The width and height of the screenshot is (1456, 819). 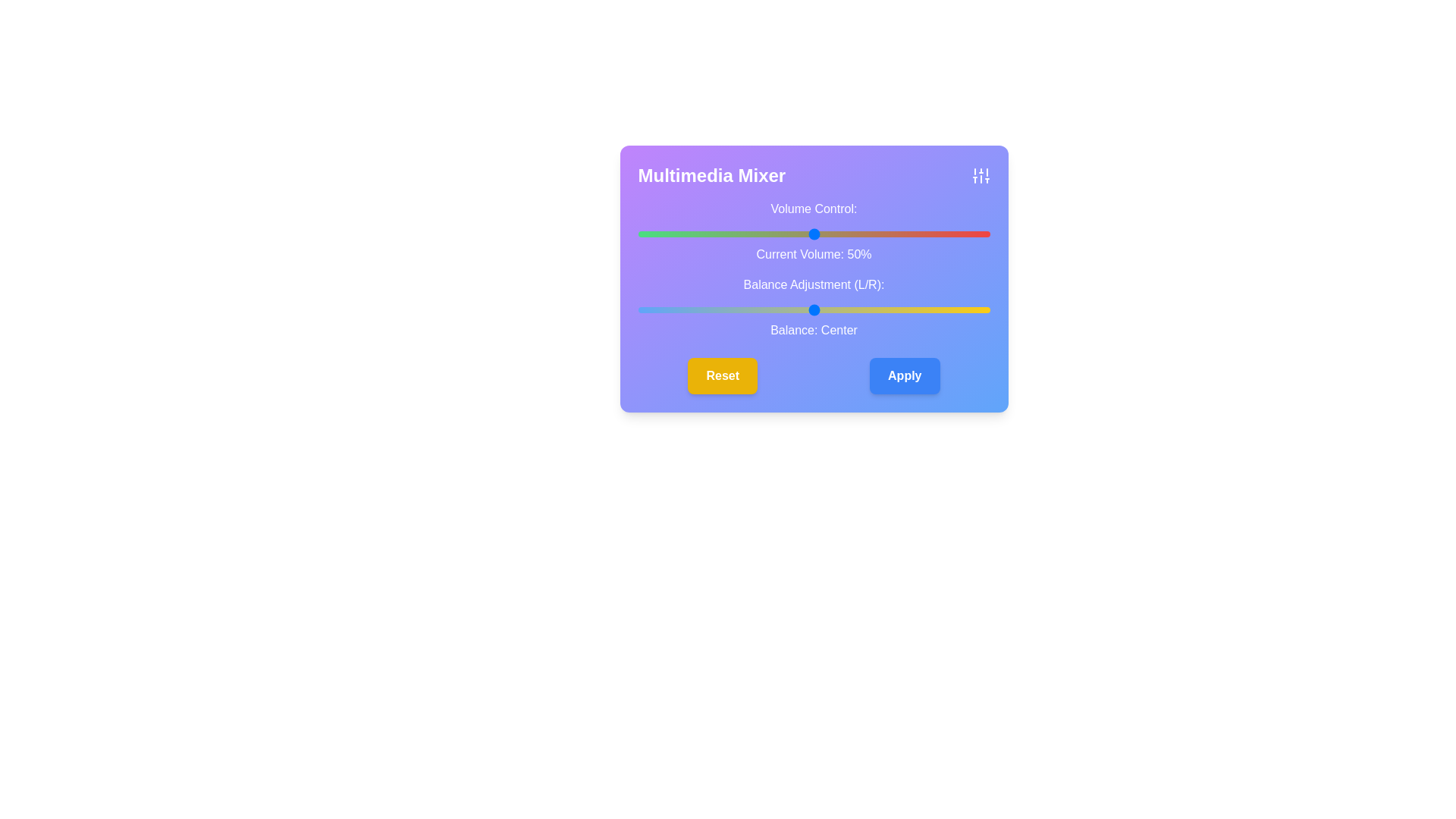 What do you see at coordinates (743, 309) in the screenshot?
I see `the balance slider to set the audio balance to -20` at bounding box center [743, 309].